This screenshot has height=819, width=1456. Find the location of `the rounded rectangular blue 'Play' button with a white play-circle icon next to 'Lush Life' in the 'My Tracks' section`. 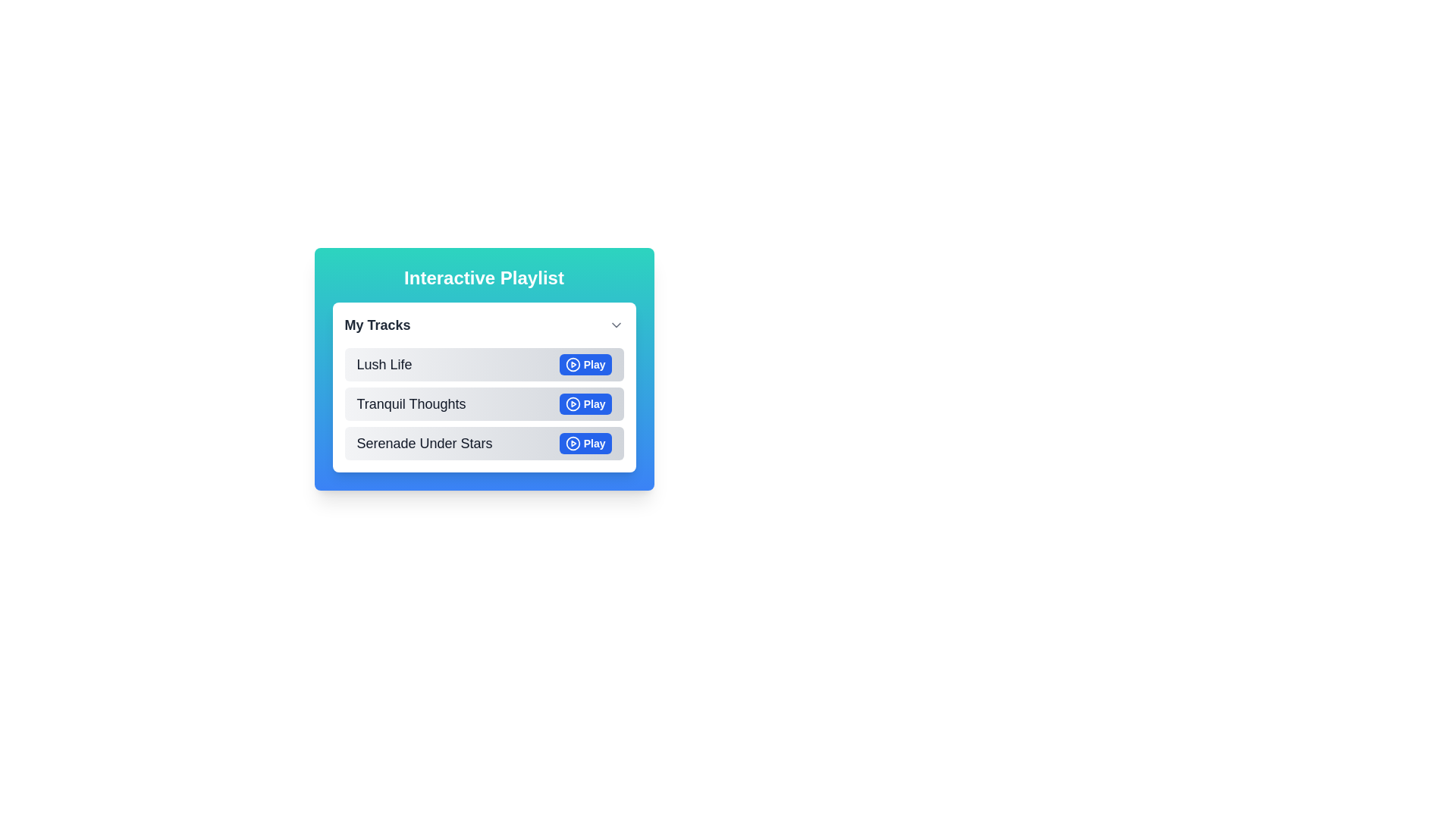

the rounded rectangular blue 'Play' button with a white play-circle icon next to 'Lush Life' in the 'My Tracks' section is located at coordinates (585, 365).